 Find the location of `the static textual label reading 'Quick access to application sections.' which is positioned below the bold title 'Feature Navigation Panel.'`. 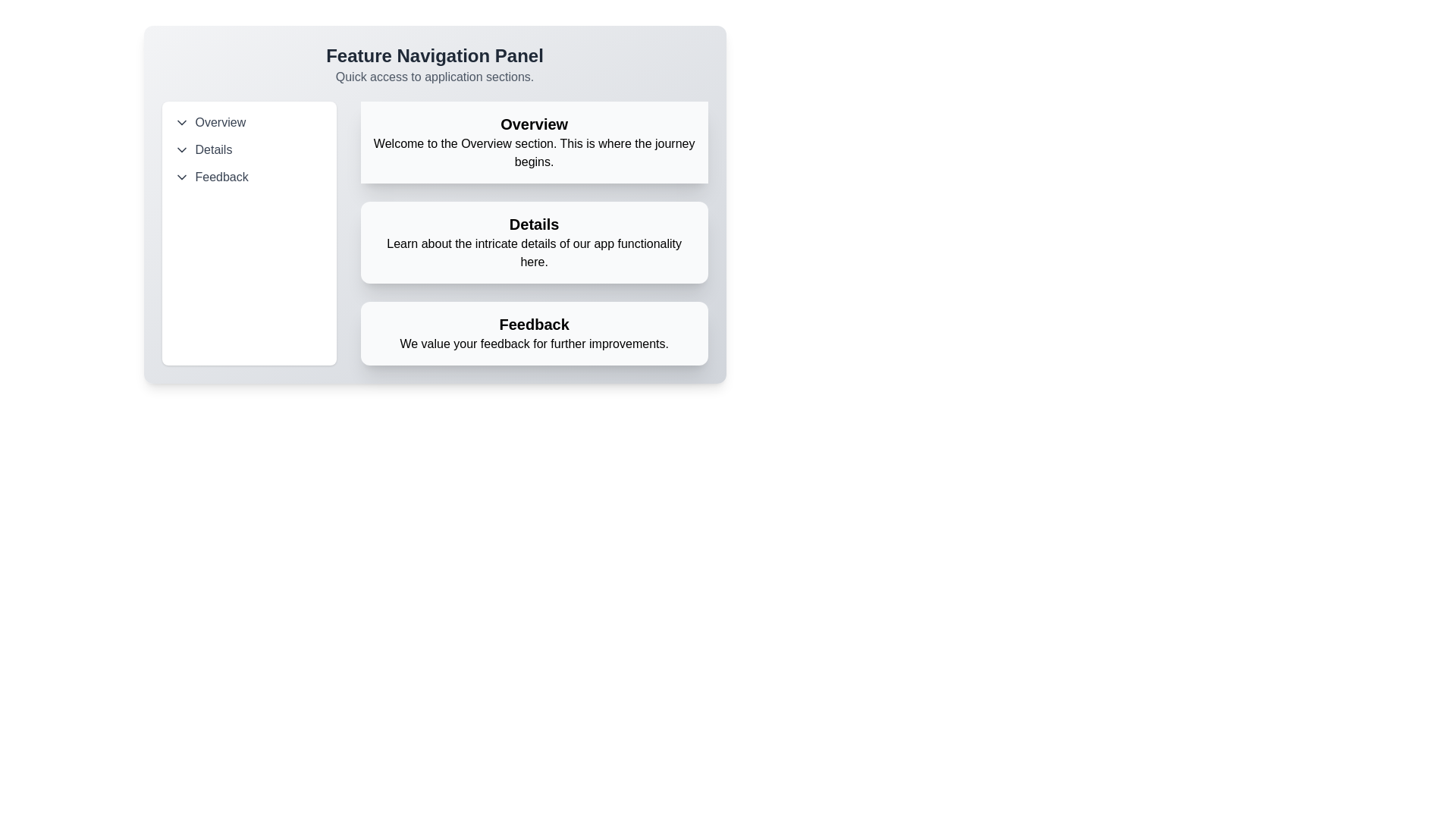

the static textual label reading 'Quick access to application sections.' which is positioned below the bold title 'Feature Navigation Panel.' is located at coordinates (434, 77).